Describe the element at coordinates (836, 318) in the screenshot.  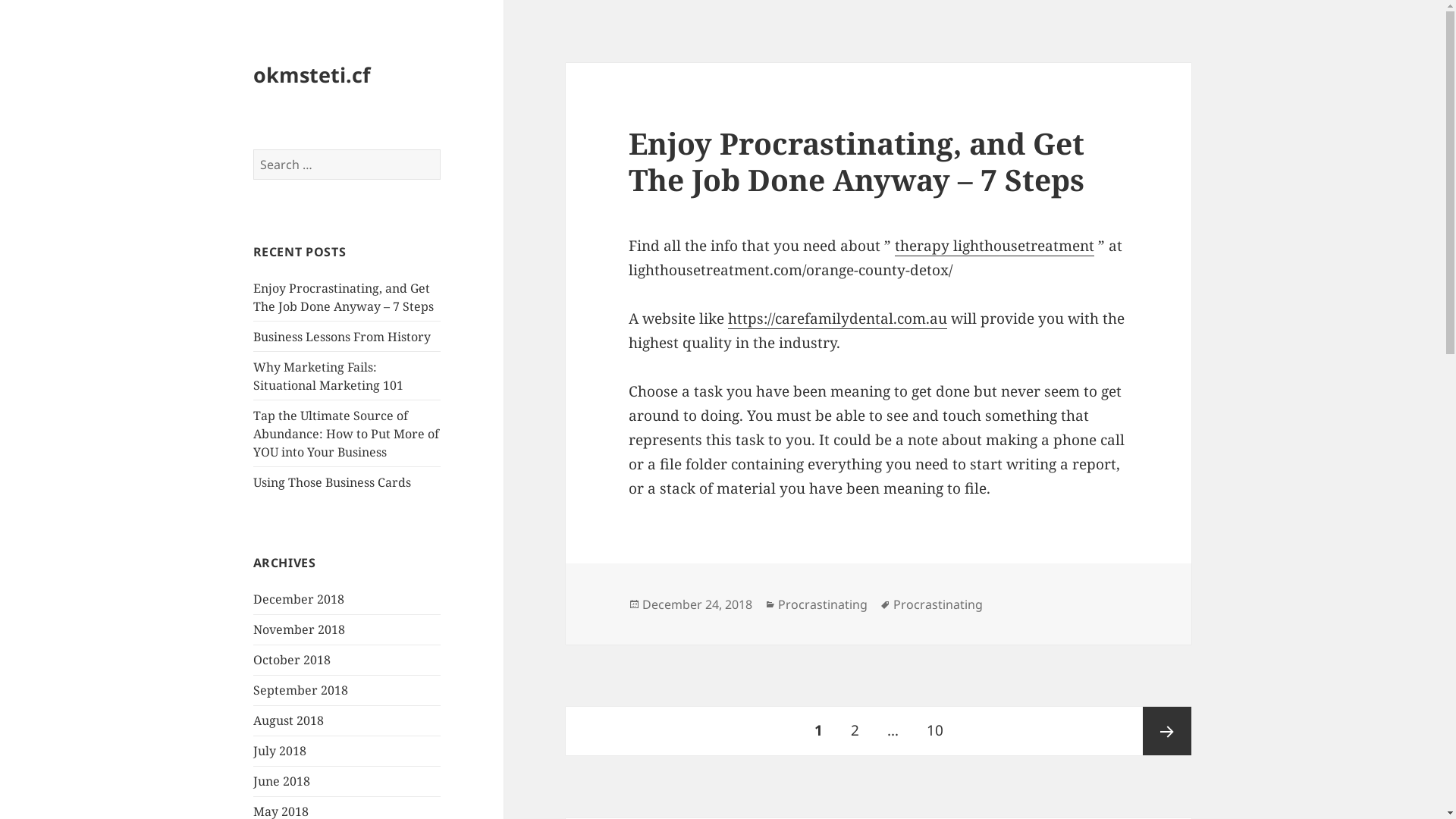
I see `'https://carefamilydental.com.au'` at that location.